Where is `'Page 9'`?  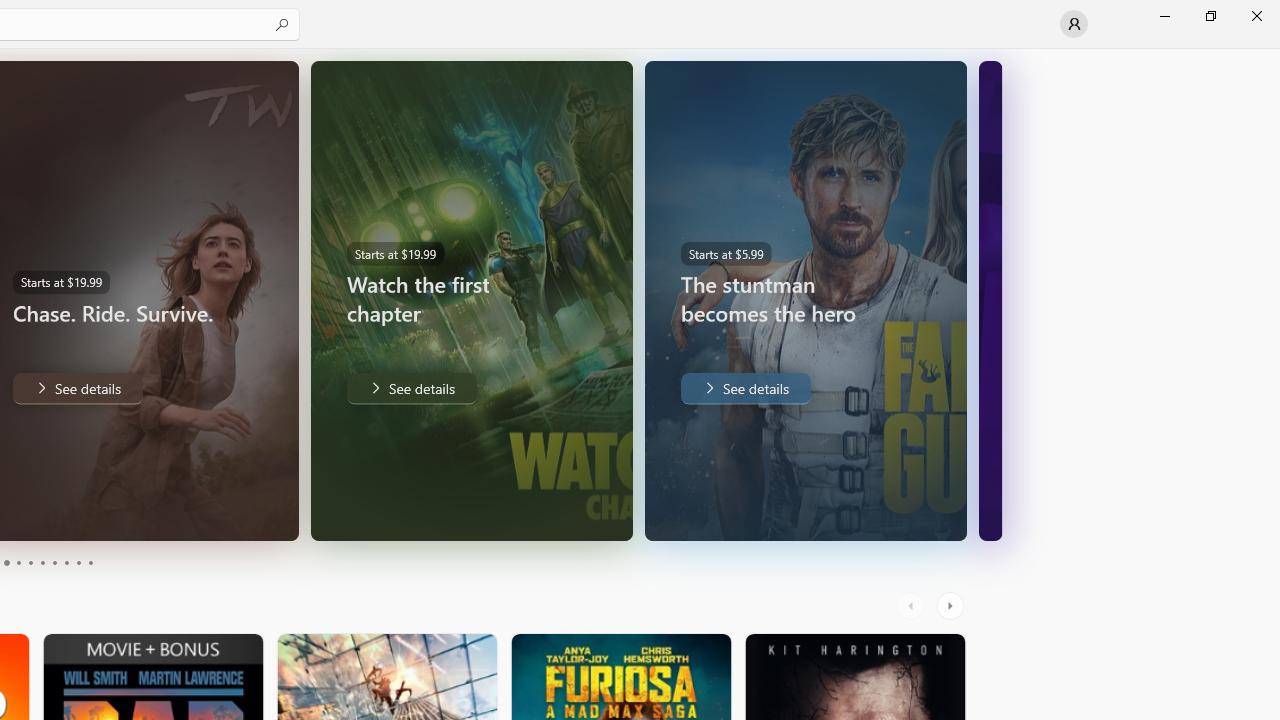 'Page 9' is located at coordinates (78, 563).